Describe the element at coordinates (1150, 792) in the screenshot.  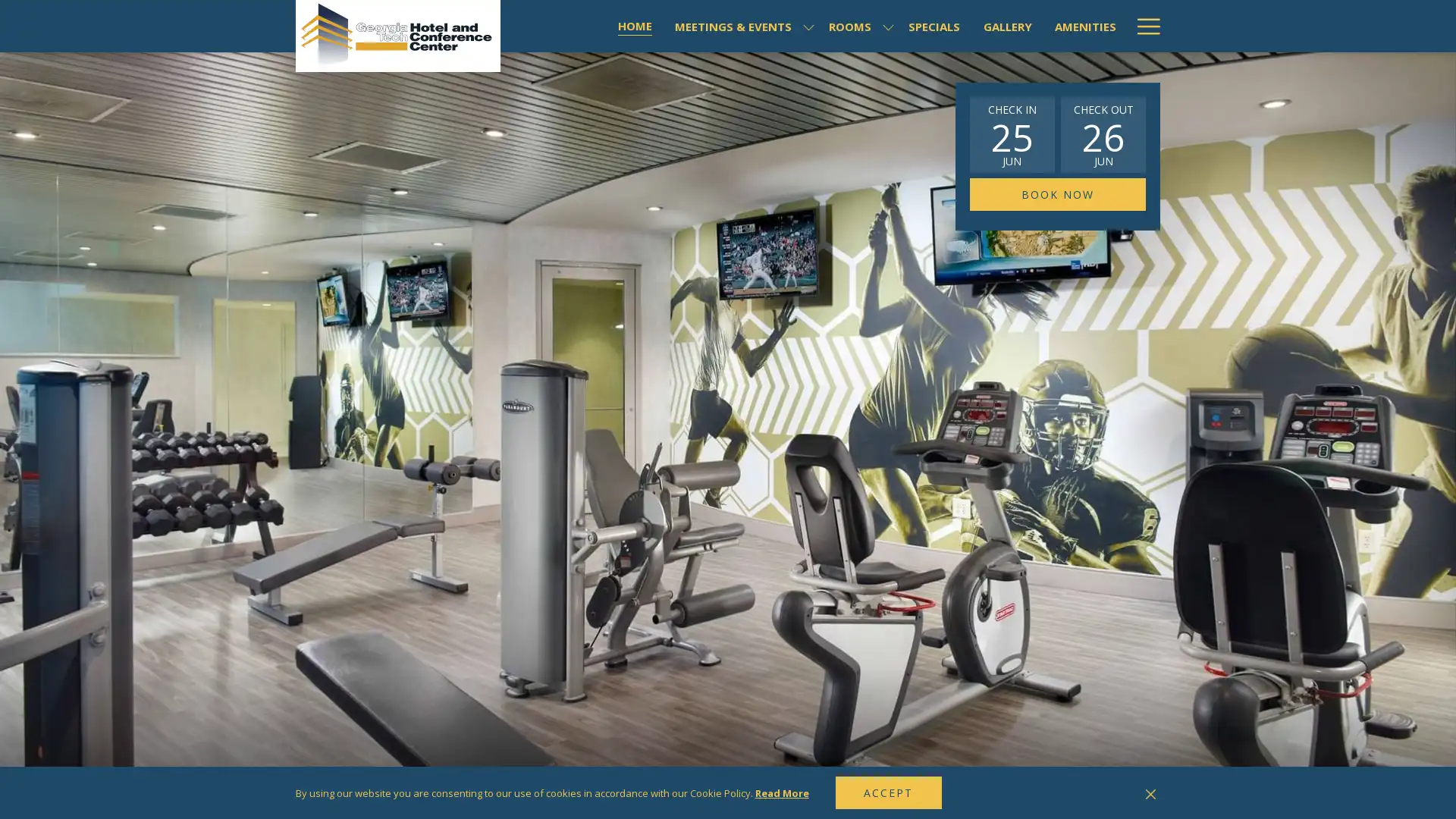
I see `Dismiss cookie policy` at that location.